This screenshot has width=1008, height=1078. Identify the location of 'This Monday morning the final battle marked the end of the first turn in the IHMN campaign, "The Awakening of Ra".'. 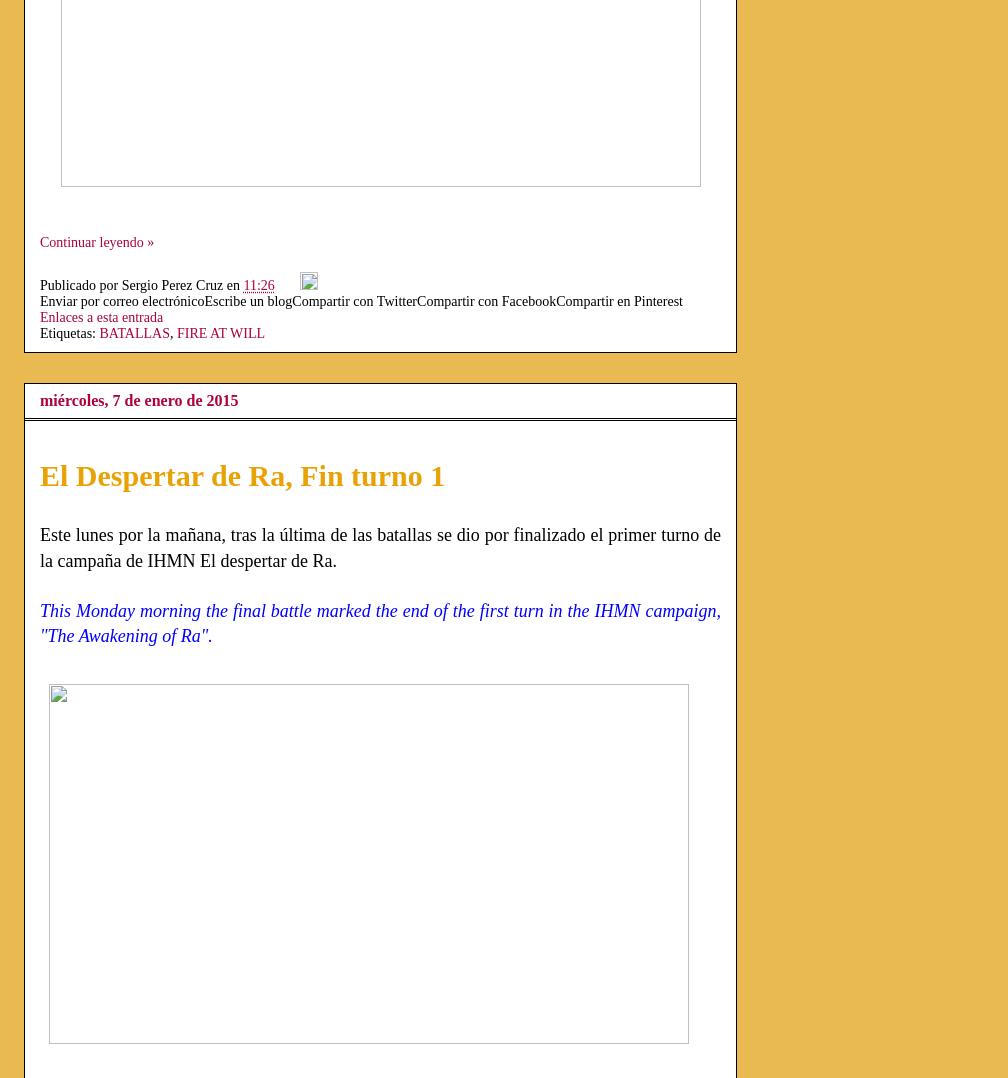
(380, 621).